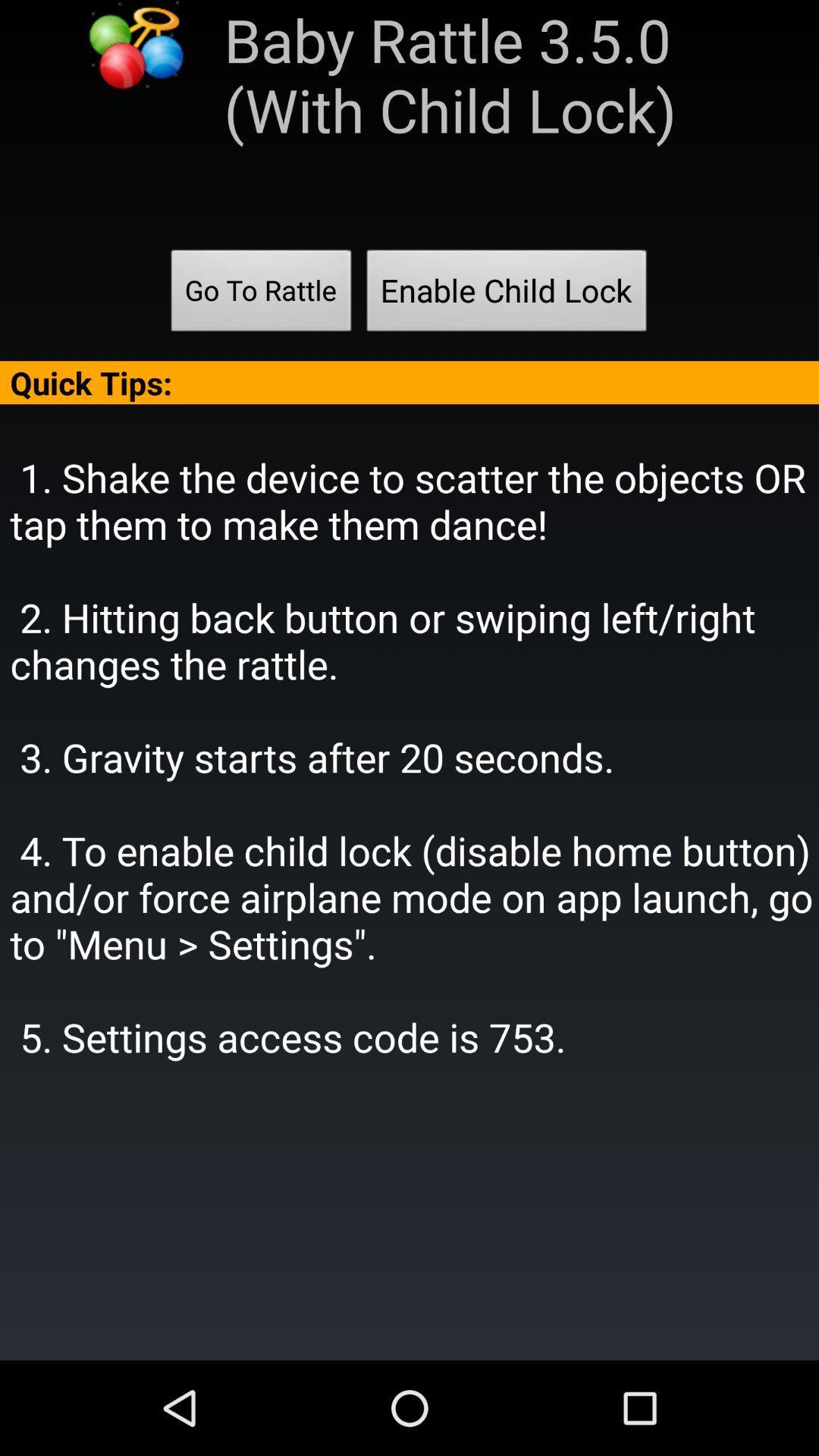  What do you see at coordinates (260, 295) in the screenshot?
I see `the go to rattle item` at bounding box center [260, 295].